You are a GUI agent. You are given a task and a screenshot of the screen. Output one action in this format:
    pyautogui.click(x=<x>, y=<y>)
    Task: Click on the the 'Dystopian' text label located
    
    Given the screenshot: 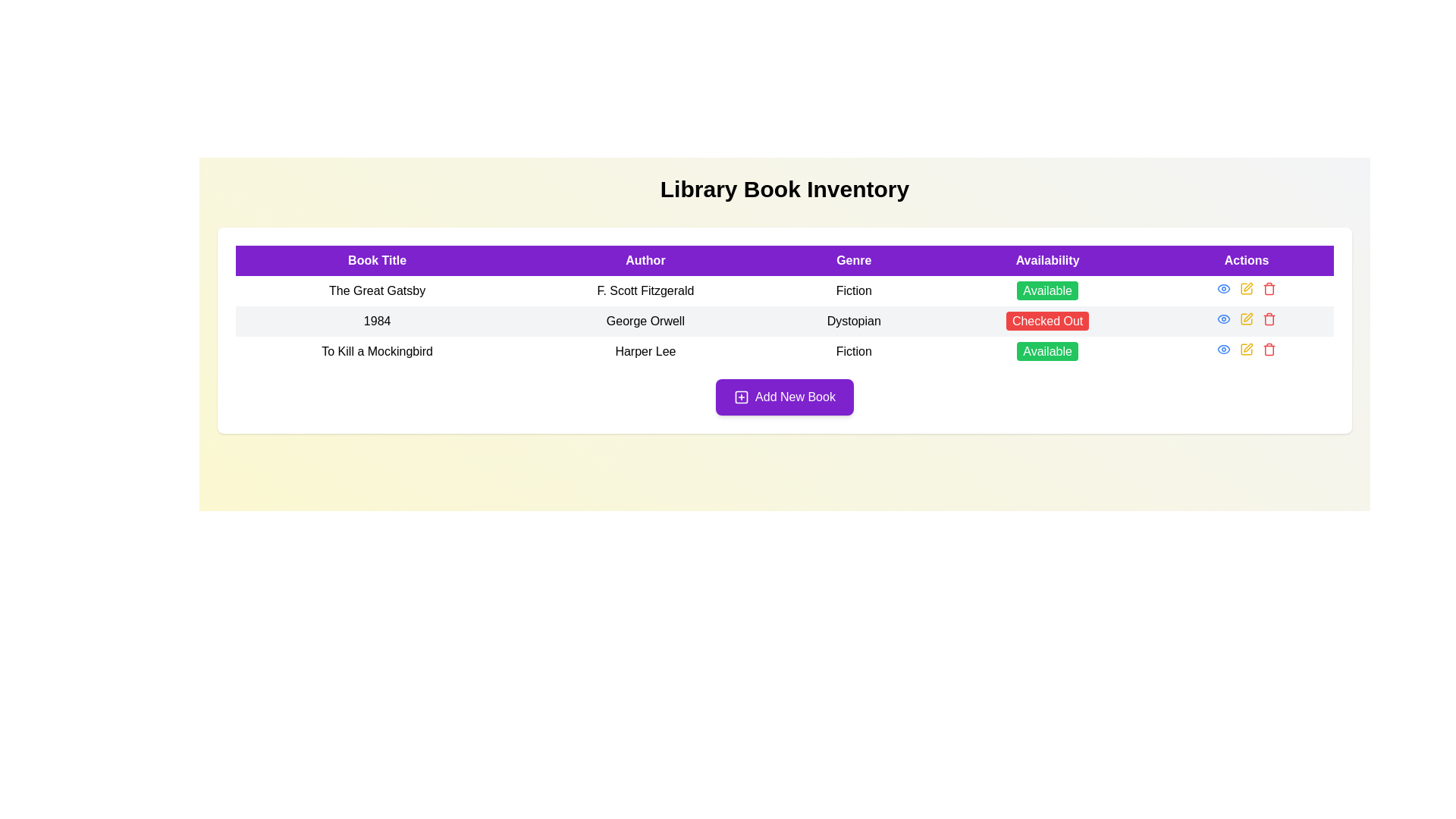 What is the action you would take?
    pyautogui.click(x=854, y=321)
    